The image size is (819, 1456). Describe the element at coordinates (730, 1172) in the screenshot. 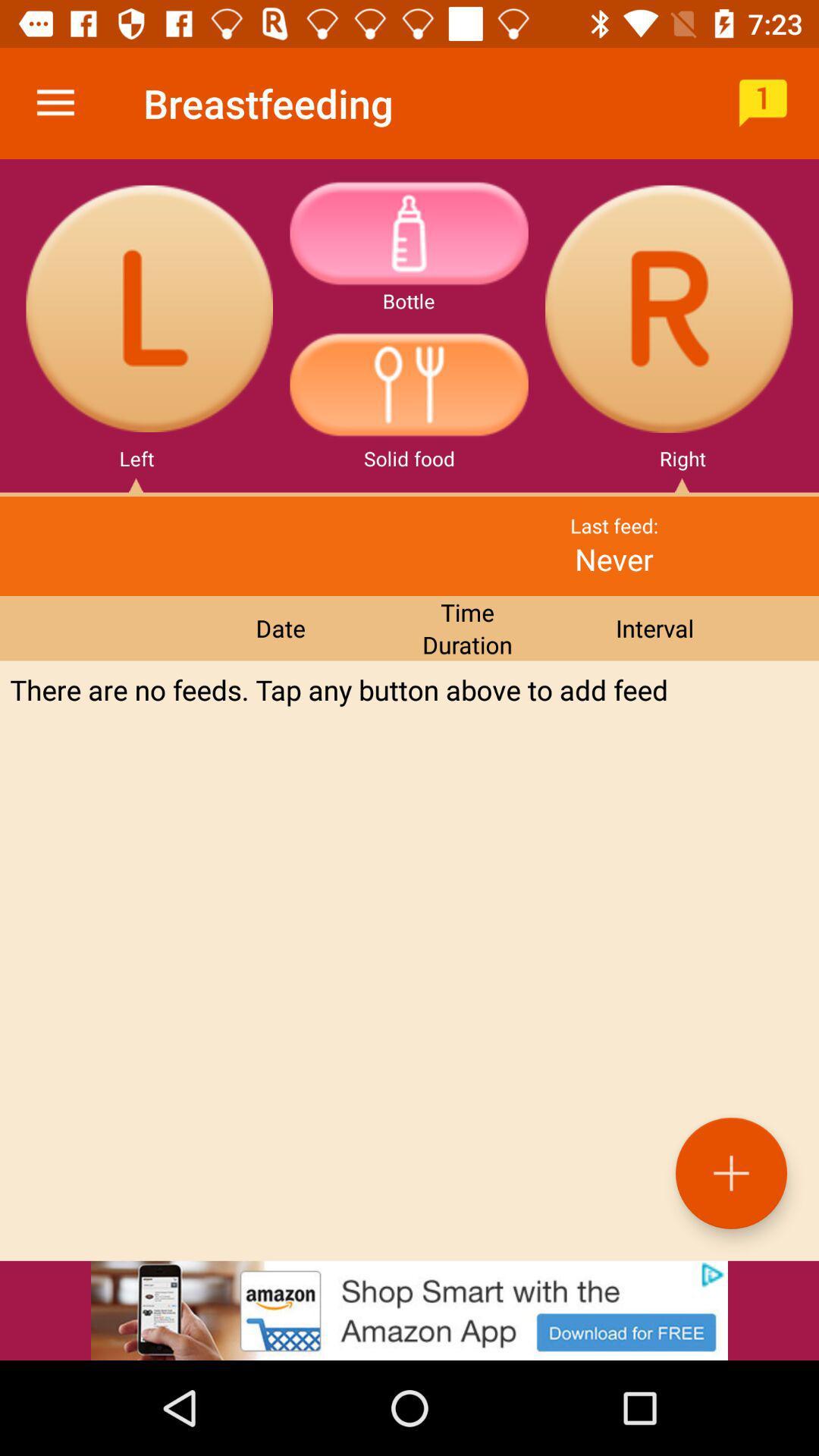

I see `the add icon` at that location.